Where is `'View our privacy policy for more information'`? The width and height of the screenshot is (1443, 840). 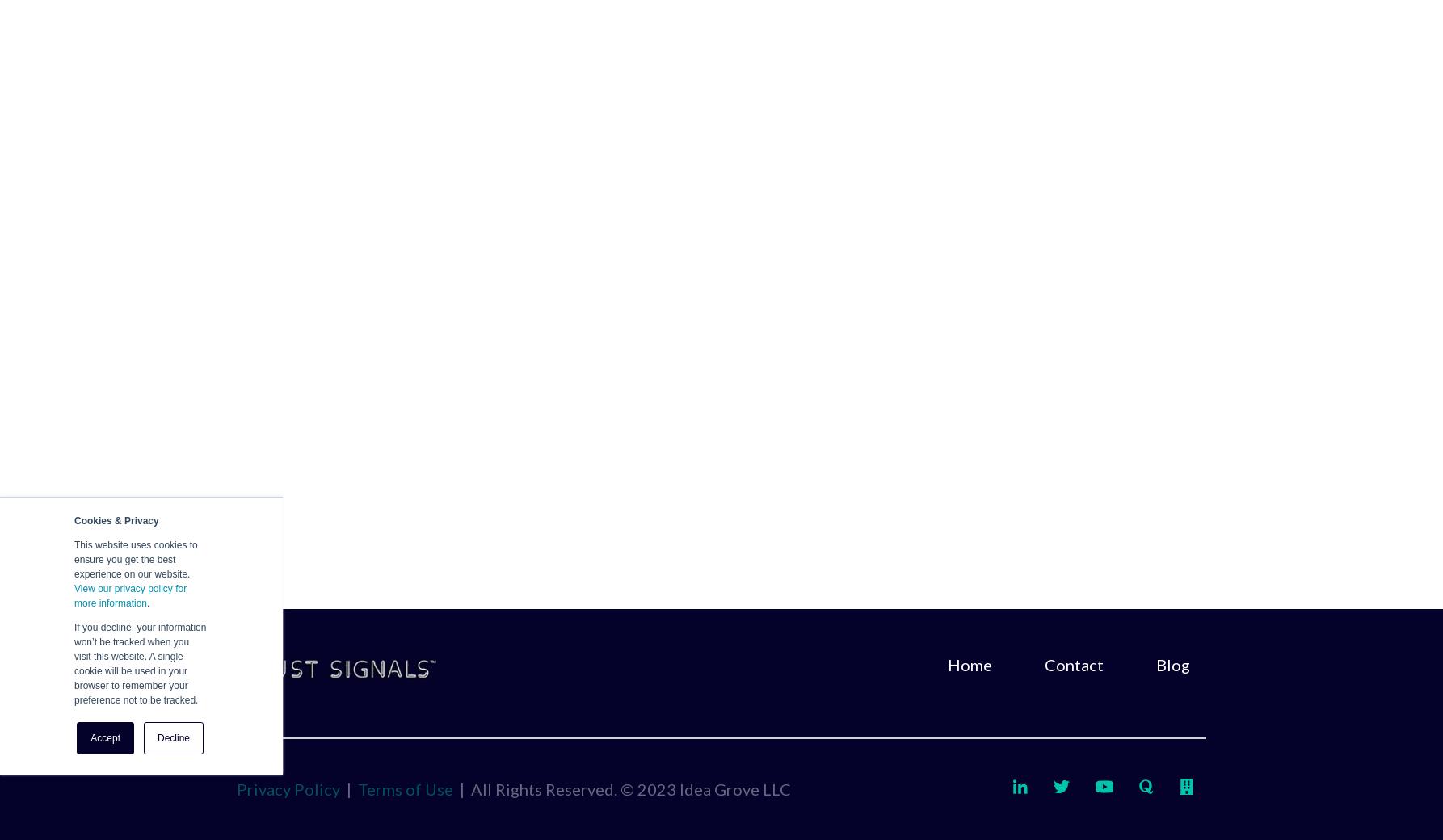 'View our privacy policy for more information' is located at coordinates (129, 595).